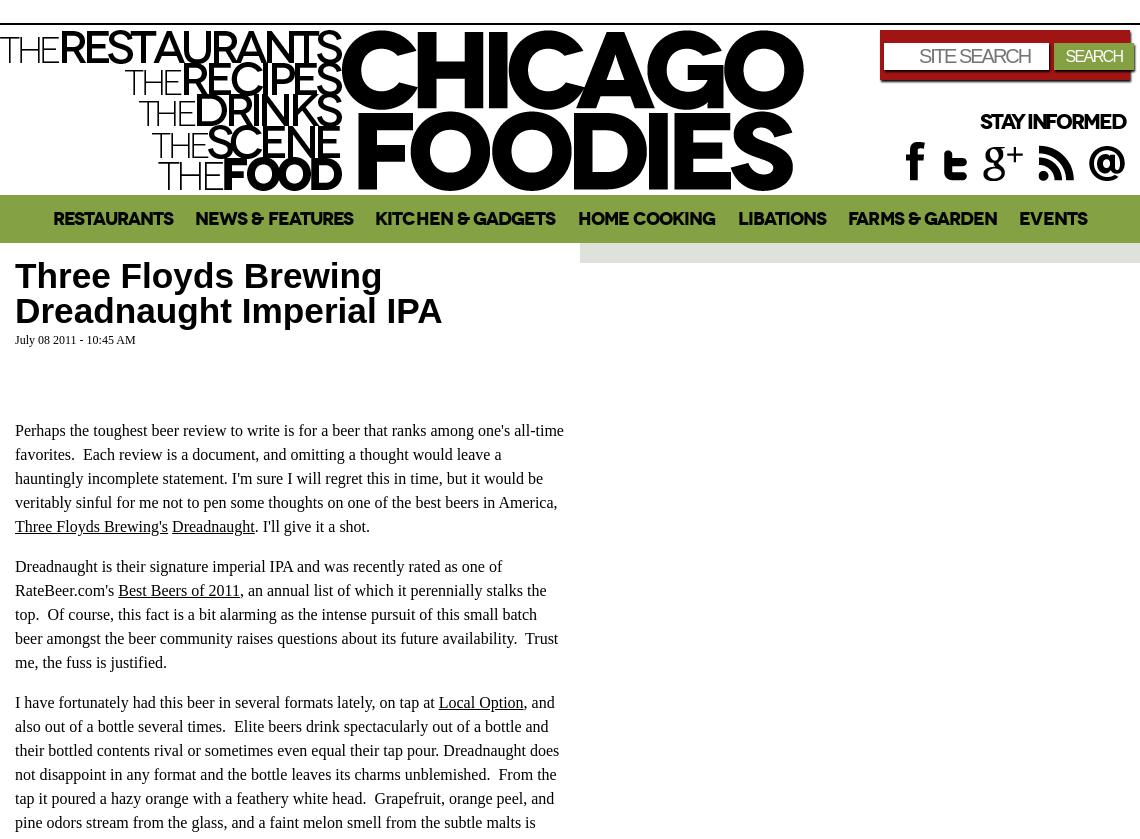 The width and height of the screenshot is (1140, 839). Describe the element at coordinates (273, 218) in the screenshot. I see `'News & Features'` at that location.